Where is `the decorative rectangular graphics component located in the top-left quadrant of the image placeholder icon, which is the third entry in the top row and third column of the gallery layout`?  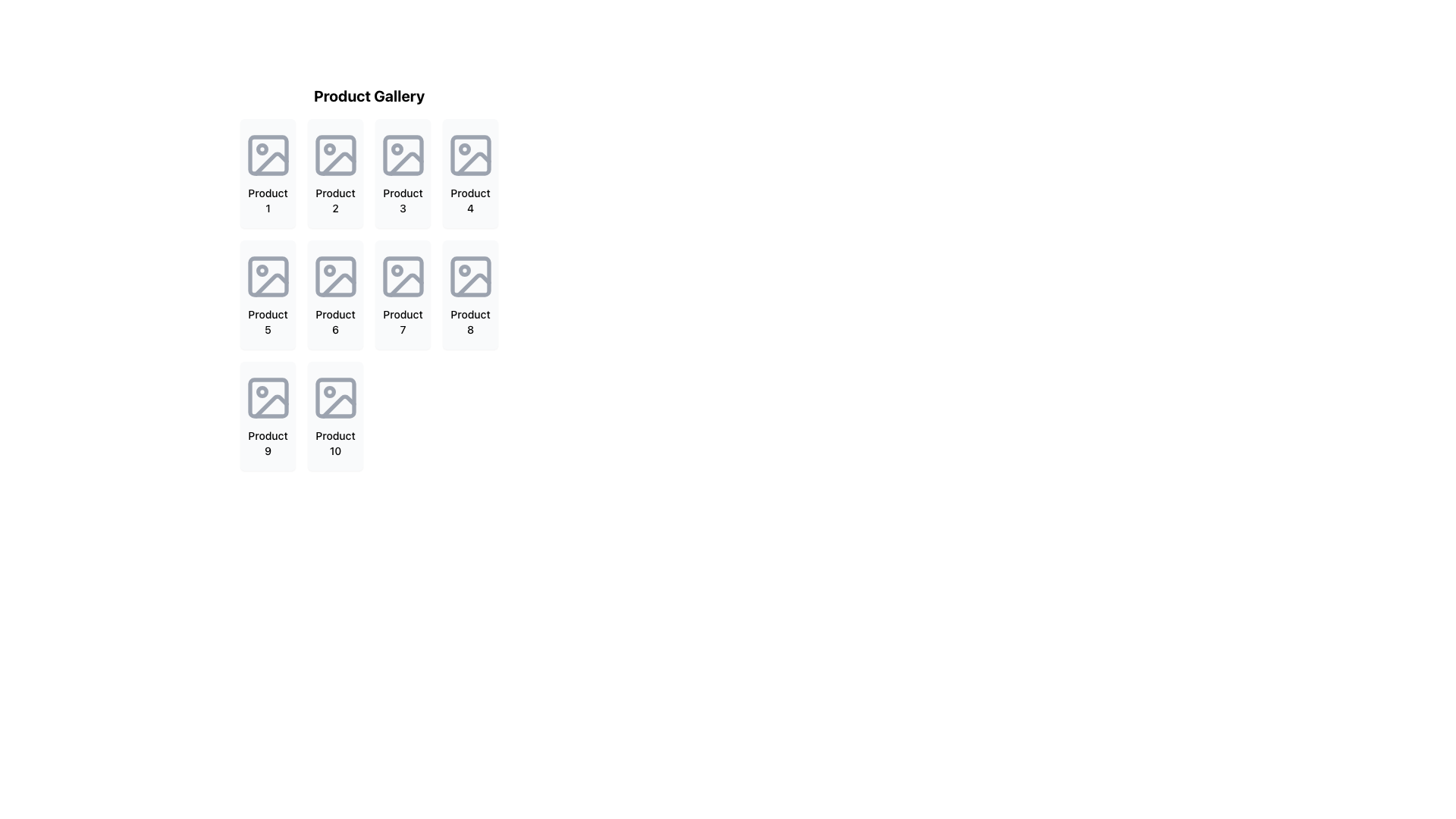 the decorative rectangular graphics component located in the top-left quadrant of the image placeholder icon, which is the third entry in the top row and third column of the gallery layout is located at coordinates (403, 155).